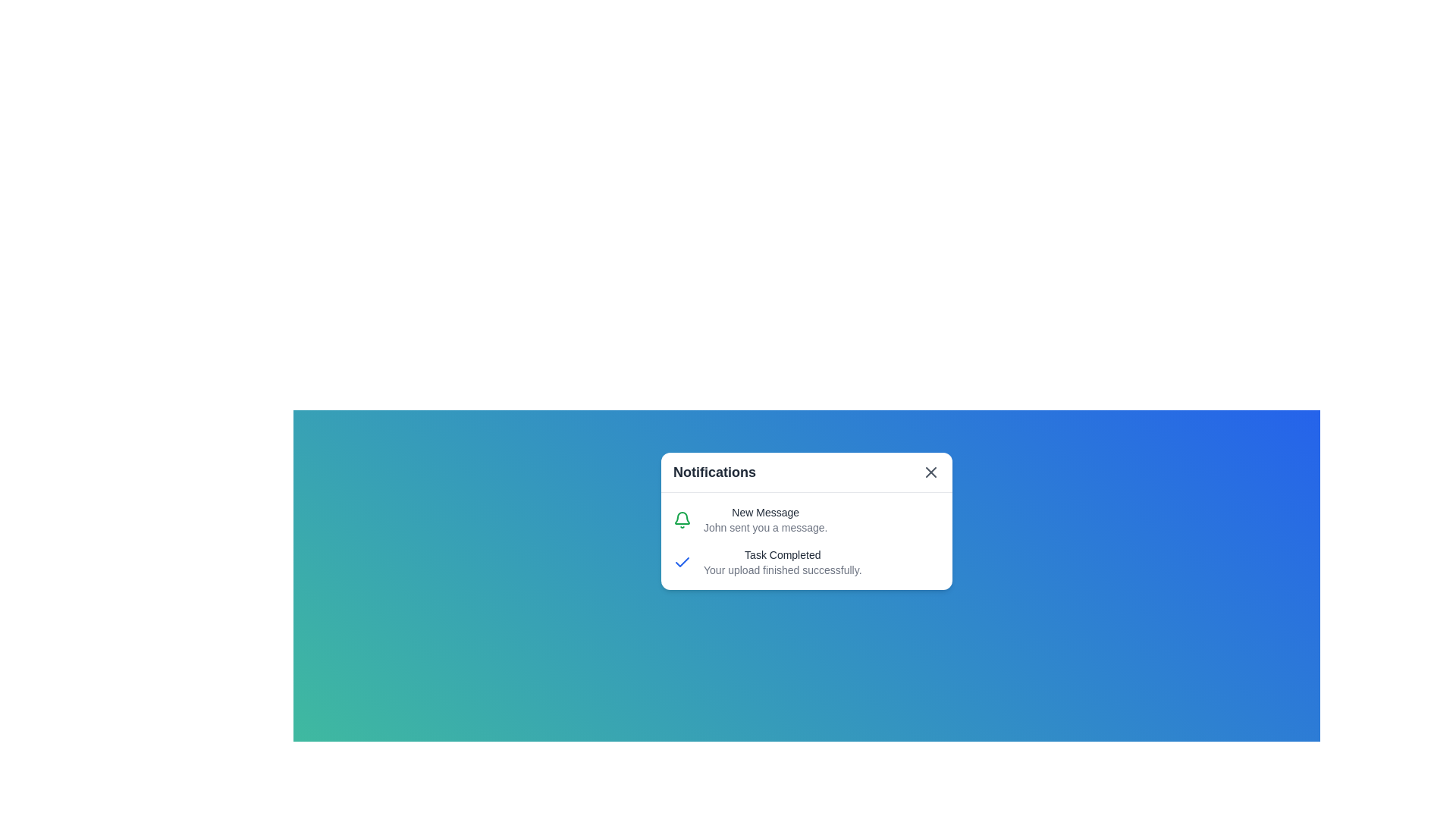  Describe the element at coordinates (783, 570) in the screenshot. I see `the static text 'Your upload finished successfully.' styled in gray font, located under 'Task Completed' in the notification card` at that location.